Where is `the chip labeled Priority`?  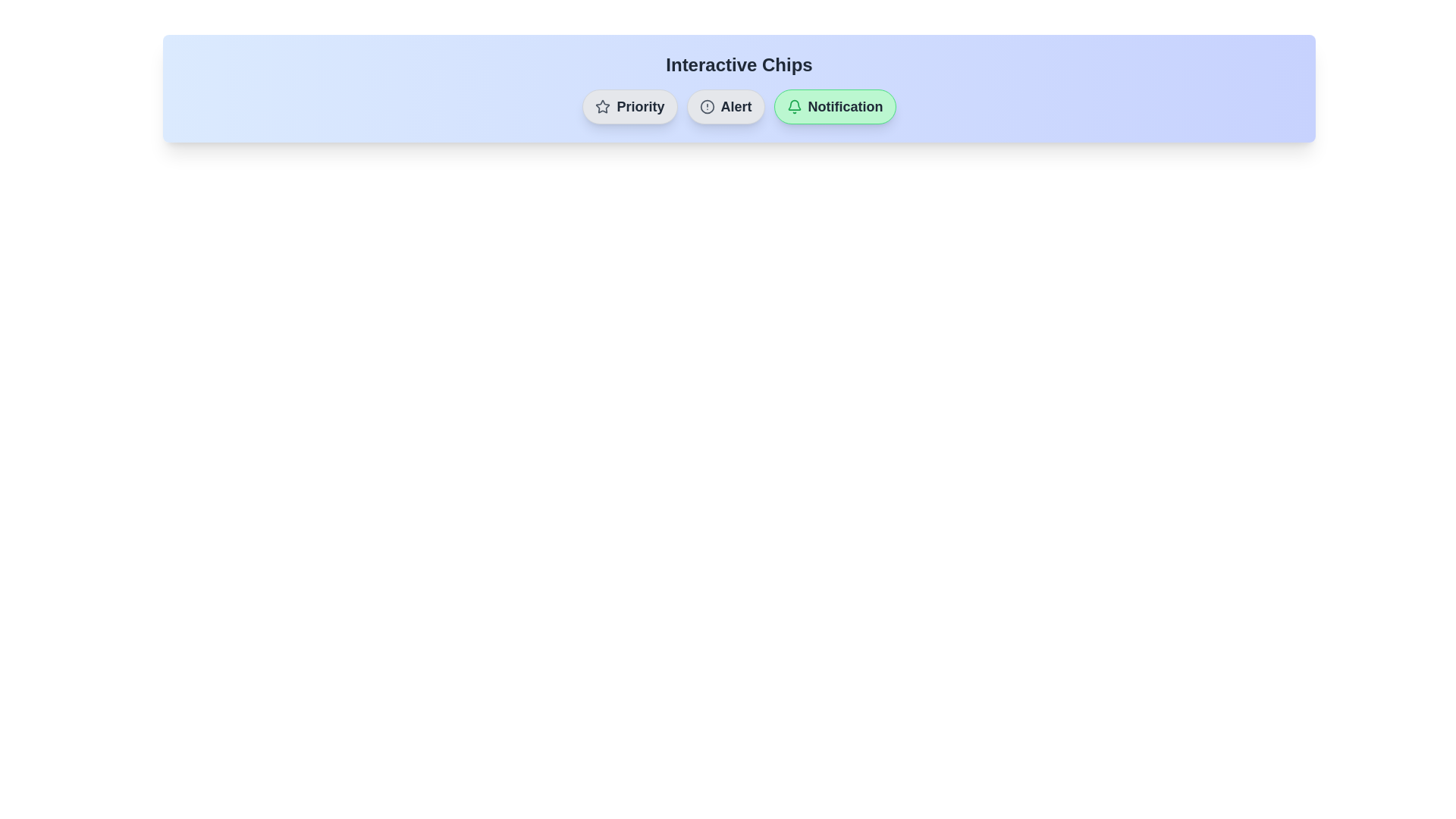 the chip labeled Priority is located at coordinates (629, 106).